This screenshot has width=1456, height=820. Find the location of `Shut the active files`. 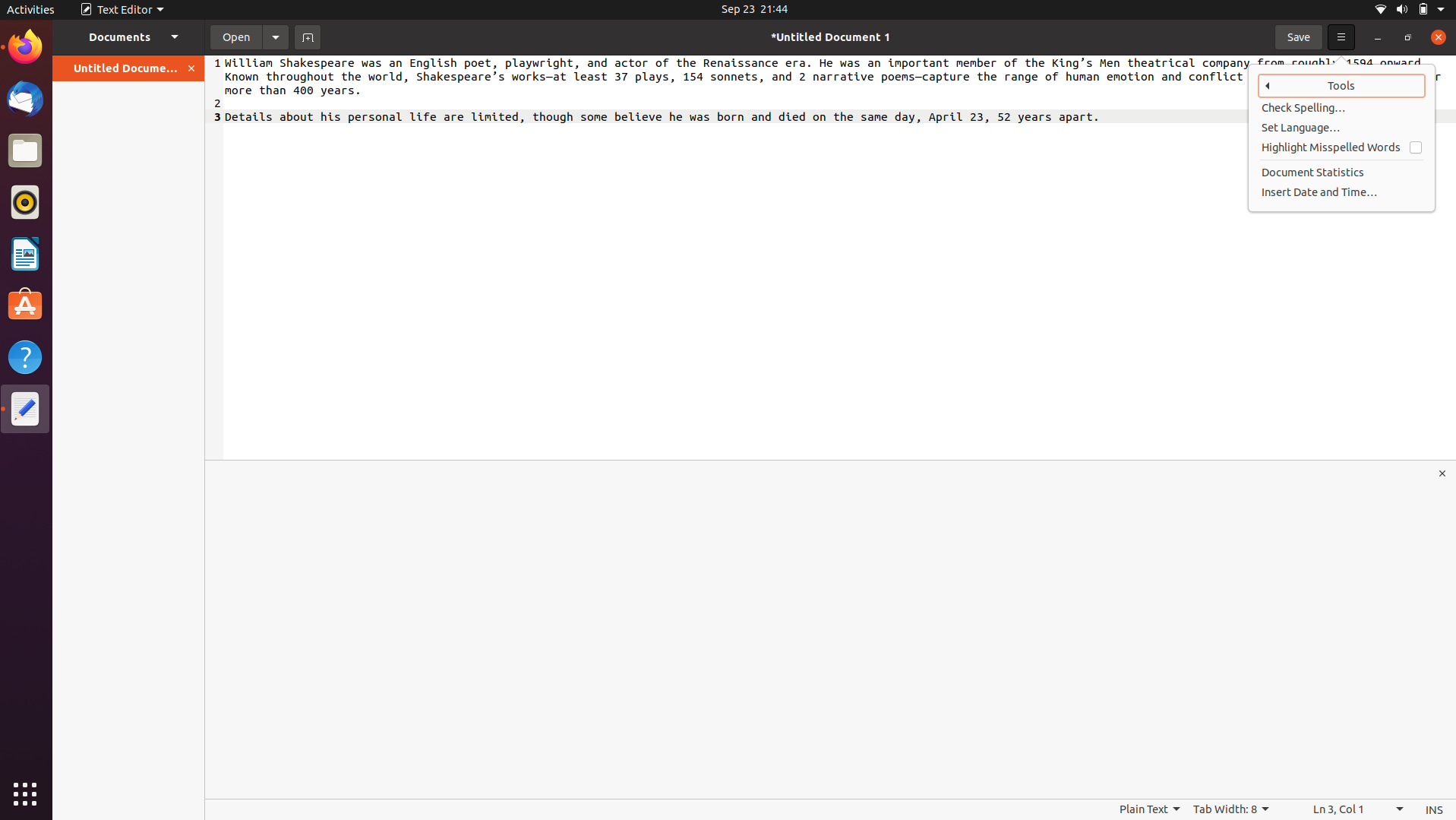

Shut the active files is located at coordinates (191, 68).